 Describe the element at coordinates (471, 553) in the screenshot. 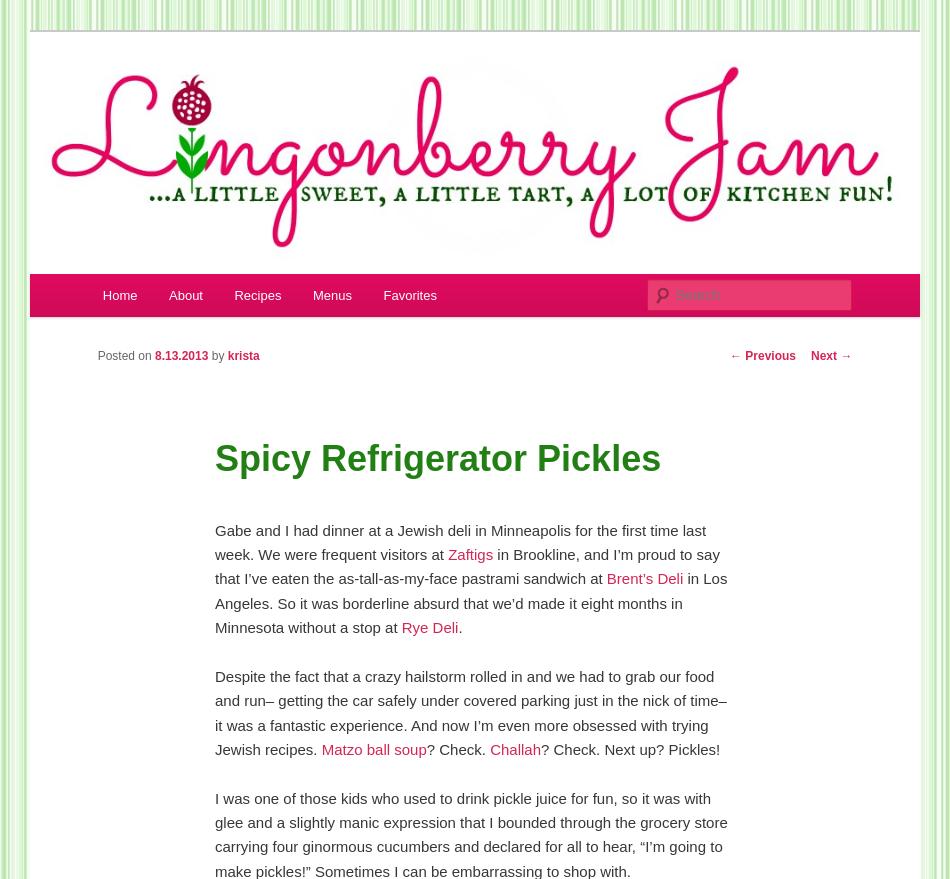

I see `'Zaftigs'` at that location.